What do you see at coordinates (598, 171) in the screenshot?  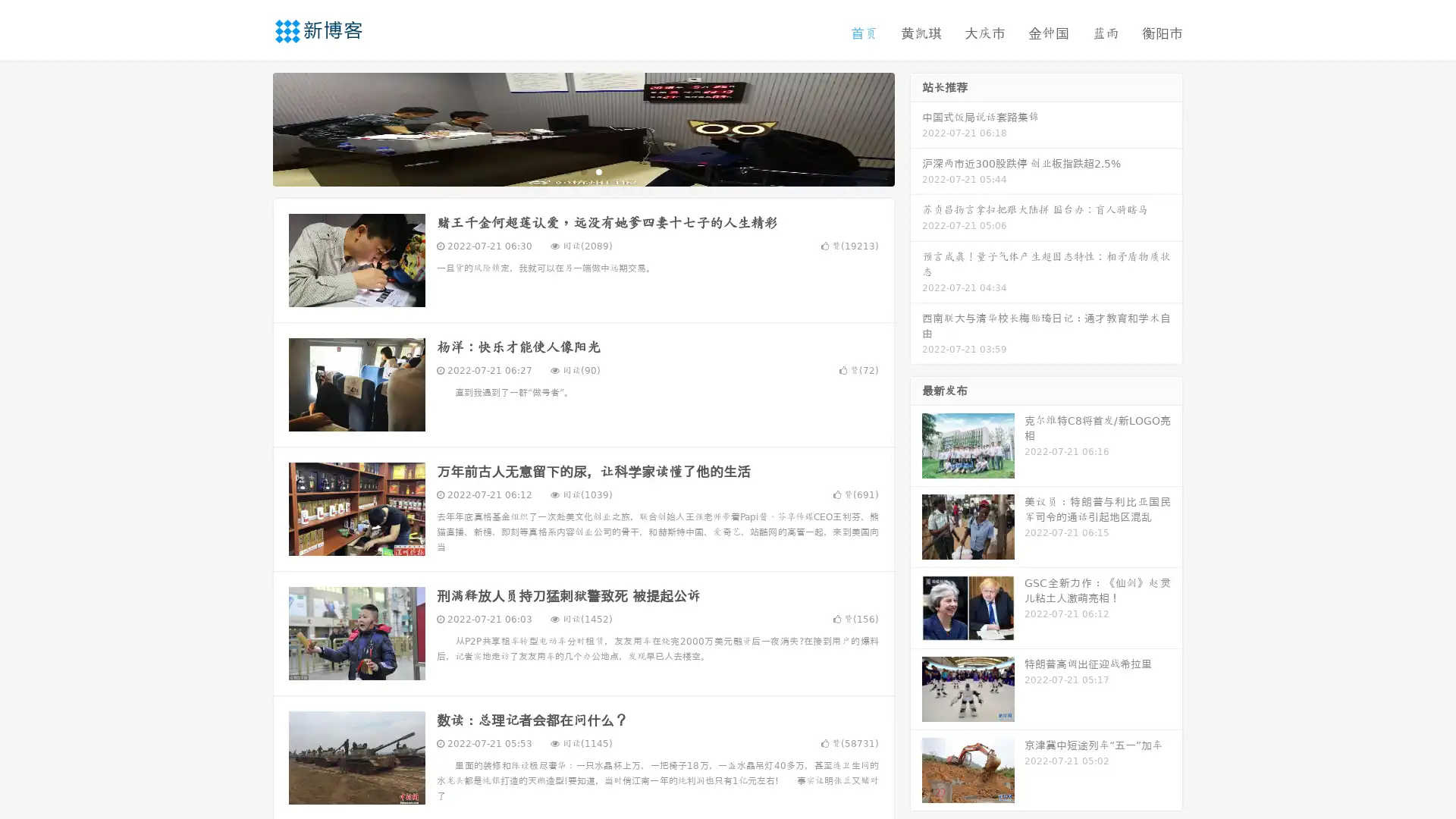 I see `Go to slide 3` at bounding box center [598, 171].